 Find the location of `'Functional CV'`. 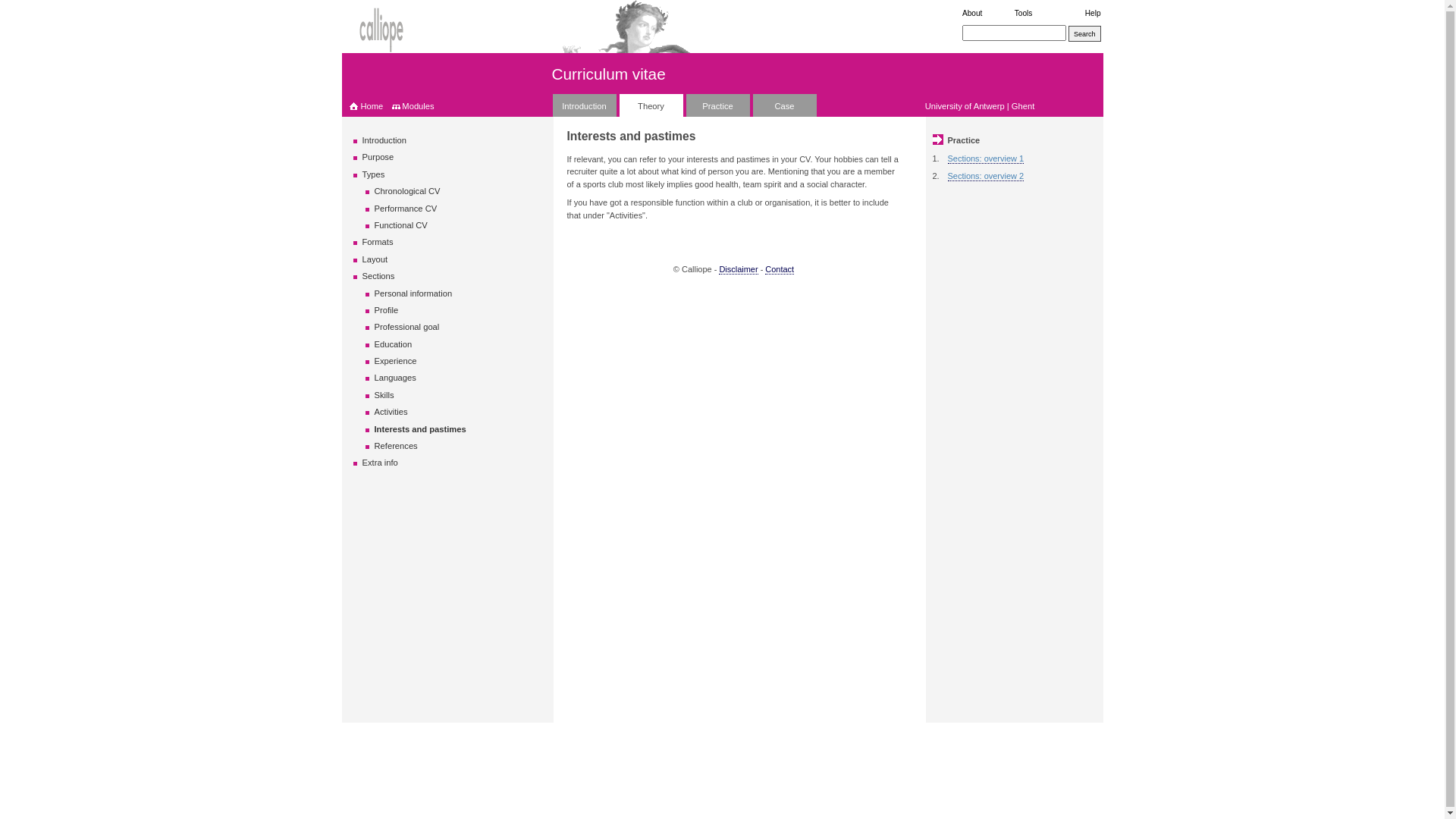

'Functional CV' is located at coordinates (400, 225).